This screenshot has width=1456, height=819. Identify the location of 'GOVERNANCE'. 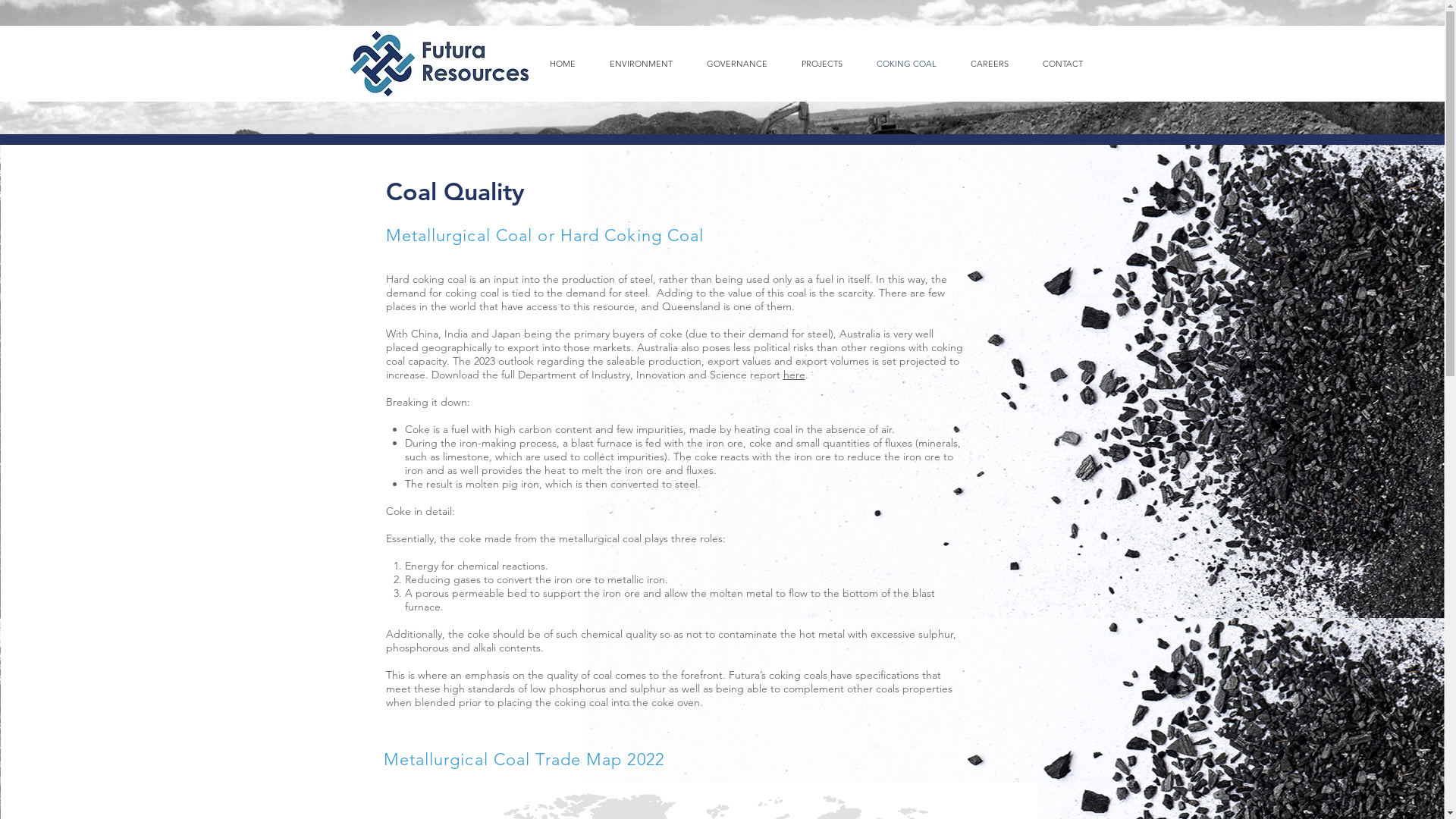
(737, 63).